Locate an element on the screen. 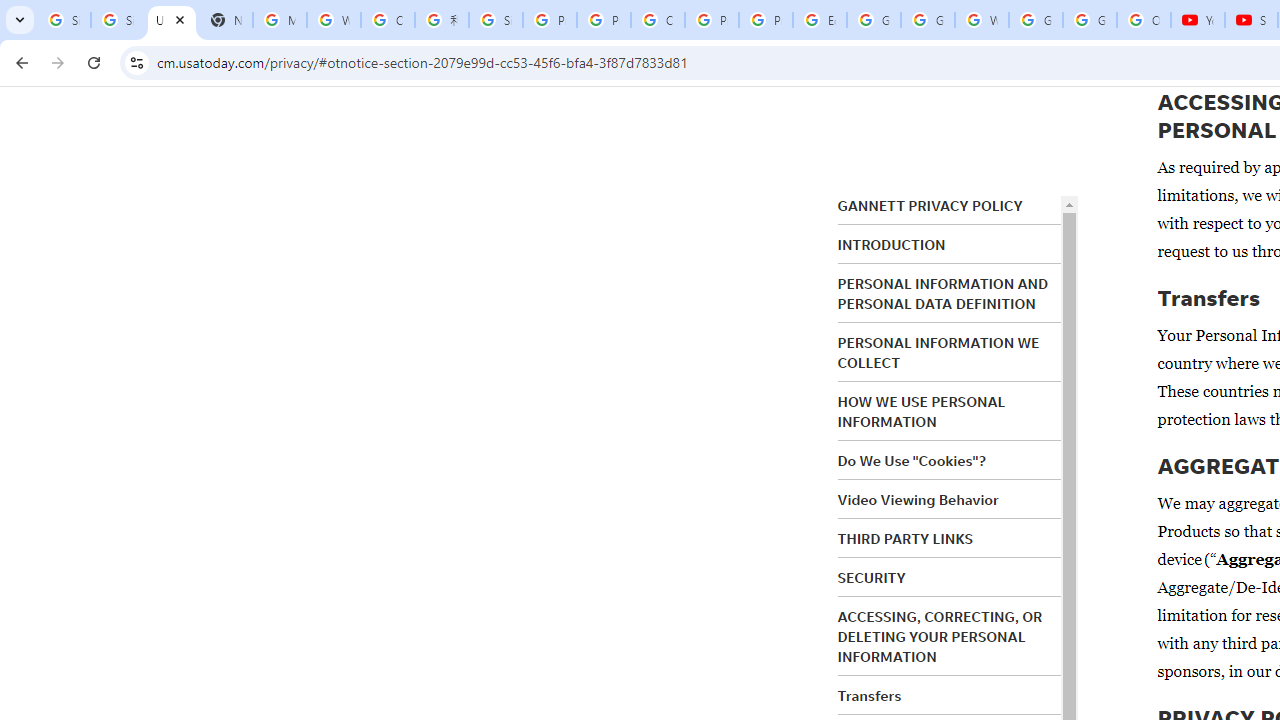  'Google Account' is located at coordinates (1088, 20).